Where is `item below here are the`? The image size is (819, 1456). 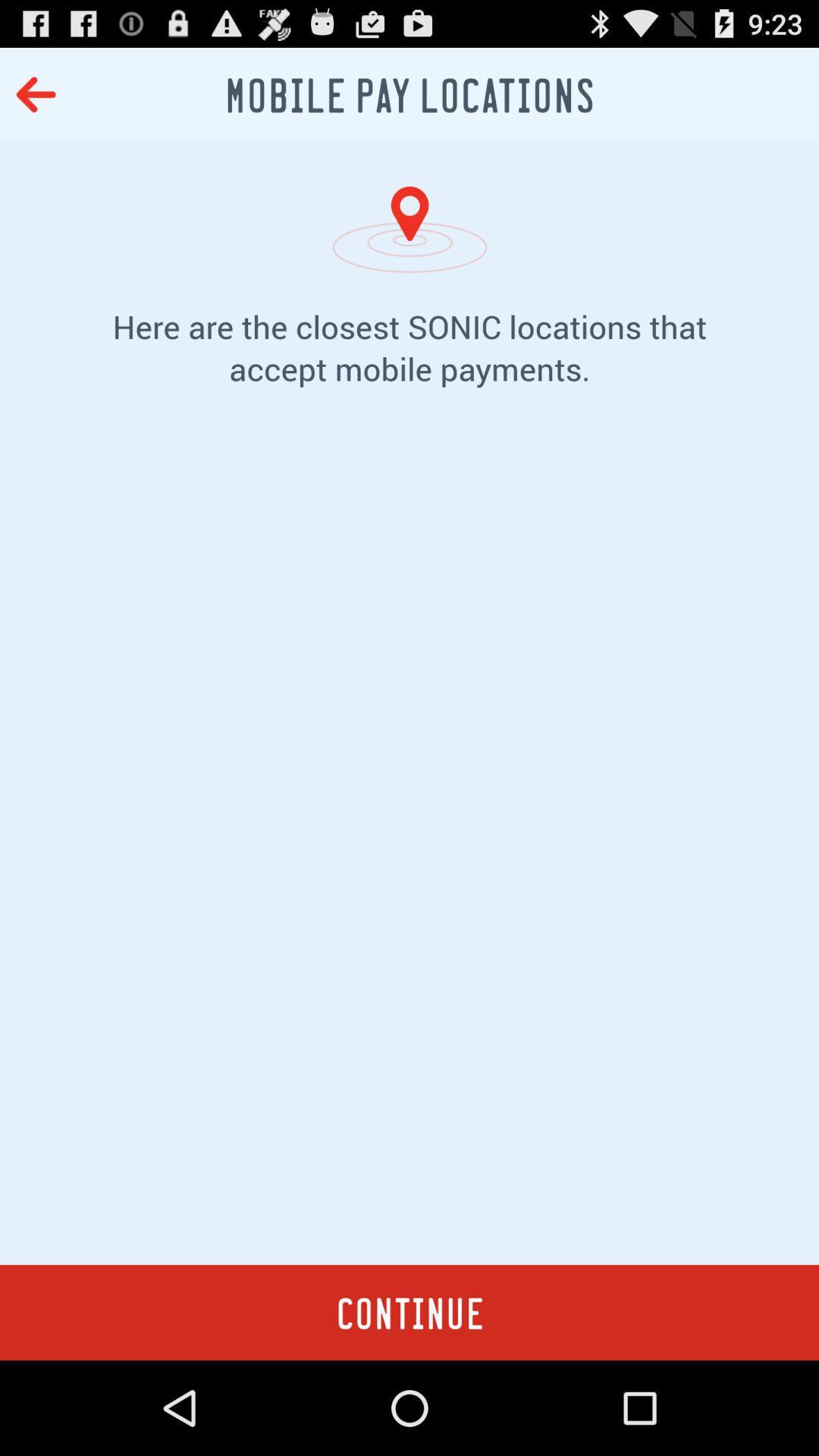 item below here are the is located at coordinates (409, 849).